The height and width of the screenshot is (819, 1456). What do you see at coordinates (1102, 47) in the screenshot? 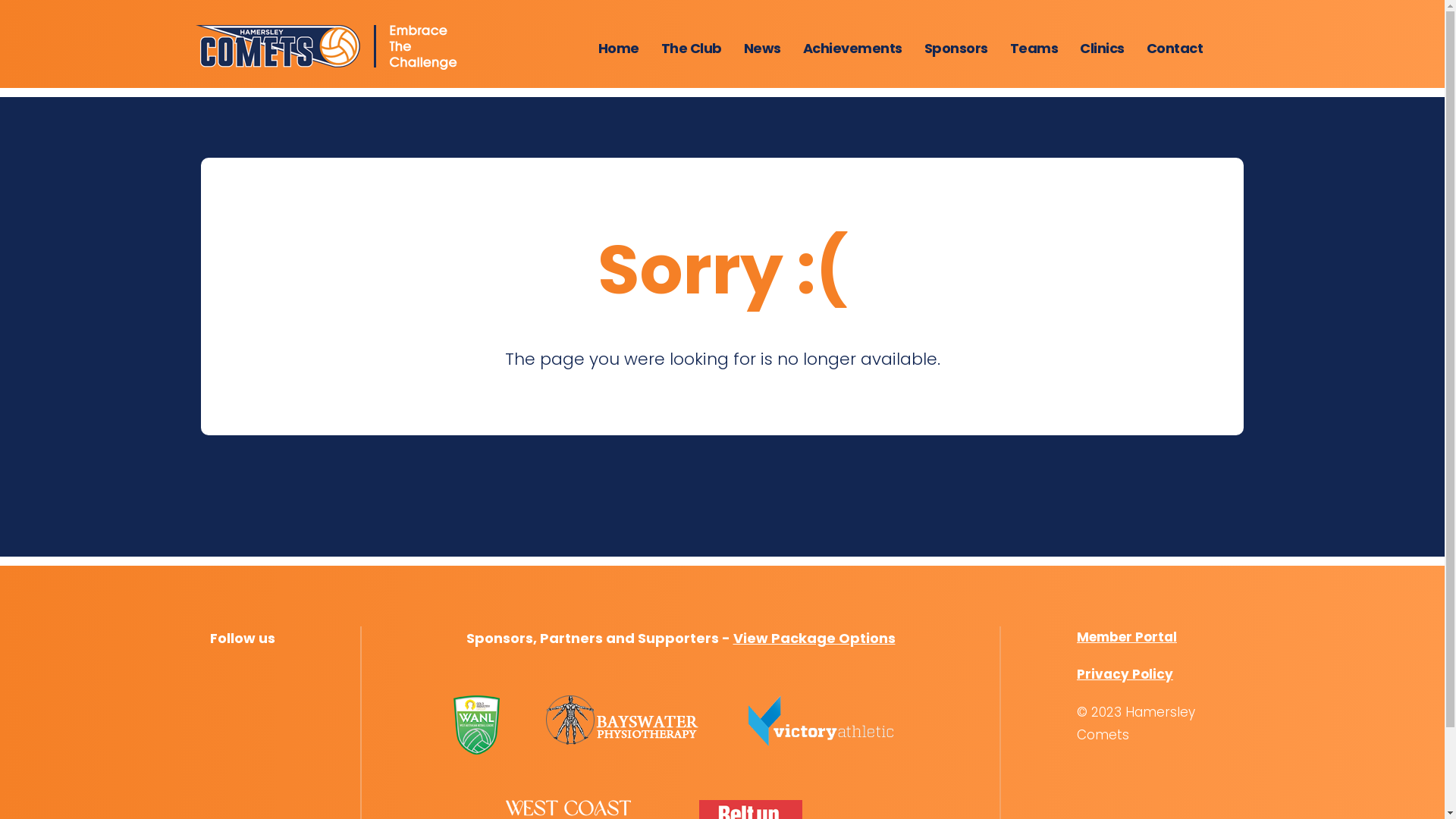
I see `'Clinics'` at bounding box center [1102, 47].